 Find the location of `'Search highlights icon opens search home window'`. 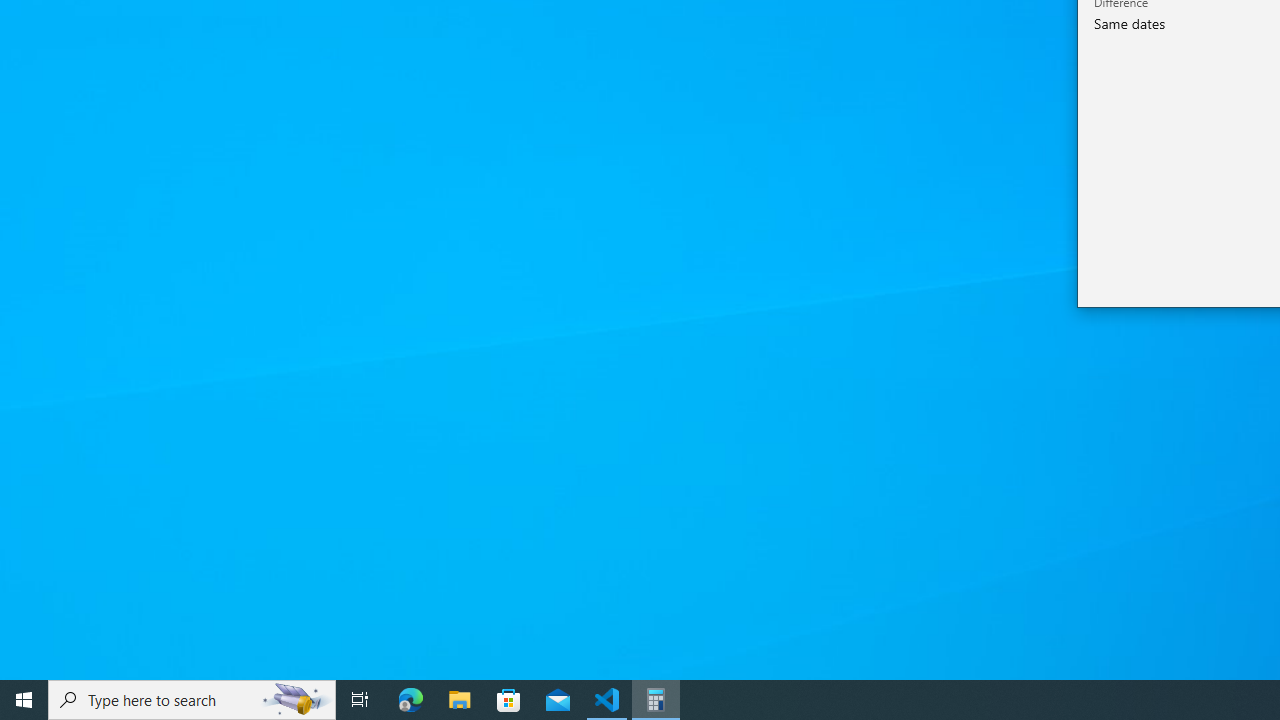

'Search highlights icon opens search home window' is located at coordinates (294, 698).